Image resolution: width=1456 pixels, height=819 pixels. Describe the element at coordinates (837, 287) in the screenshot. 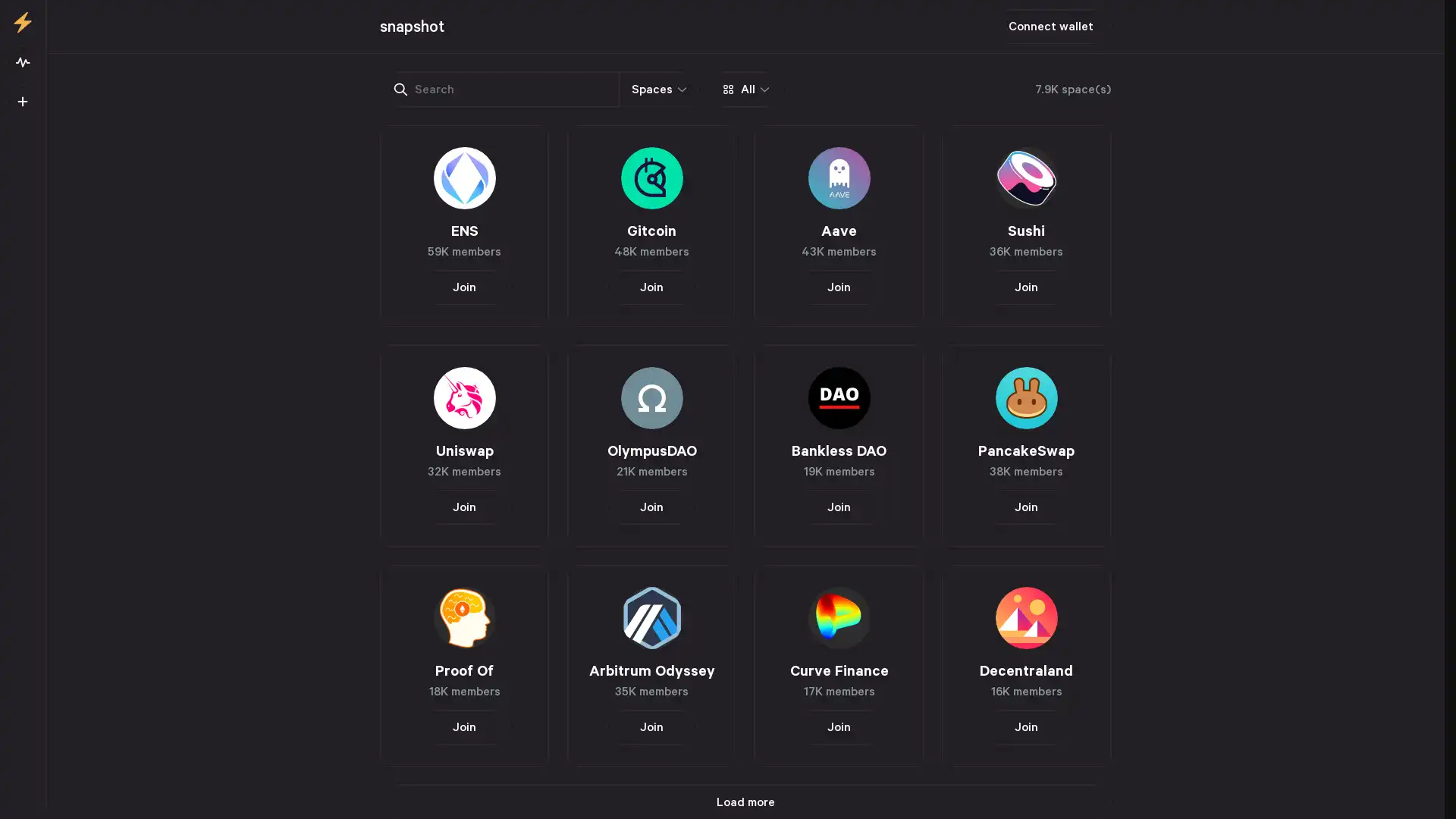

I see `Join` at that location.